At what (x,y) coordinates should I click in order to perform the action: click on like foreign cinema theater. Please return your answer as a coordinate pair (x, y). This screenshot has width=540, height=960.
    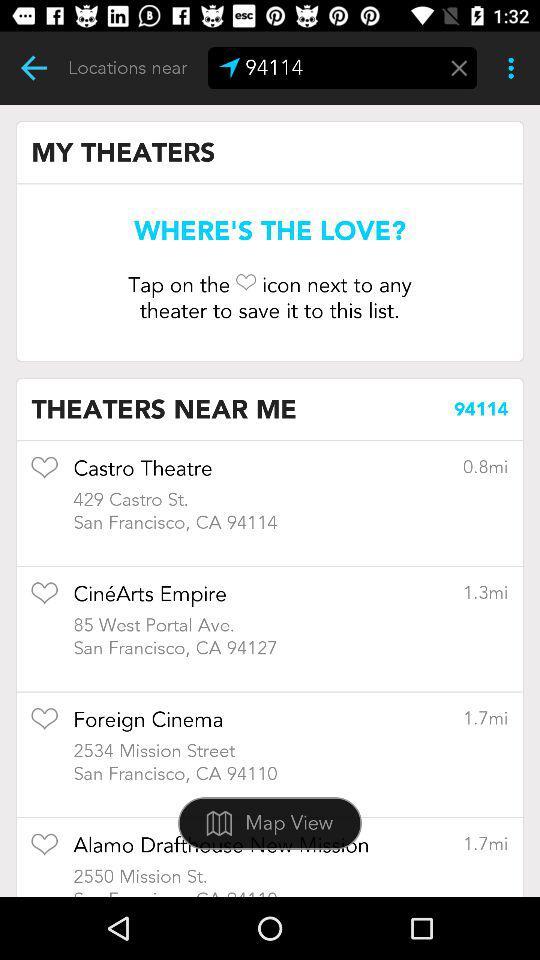
    Looking at the image, I should click on (44, 724).